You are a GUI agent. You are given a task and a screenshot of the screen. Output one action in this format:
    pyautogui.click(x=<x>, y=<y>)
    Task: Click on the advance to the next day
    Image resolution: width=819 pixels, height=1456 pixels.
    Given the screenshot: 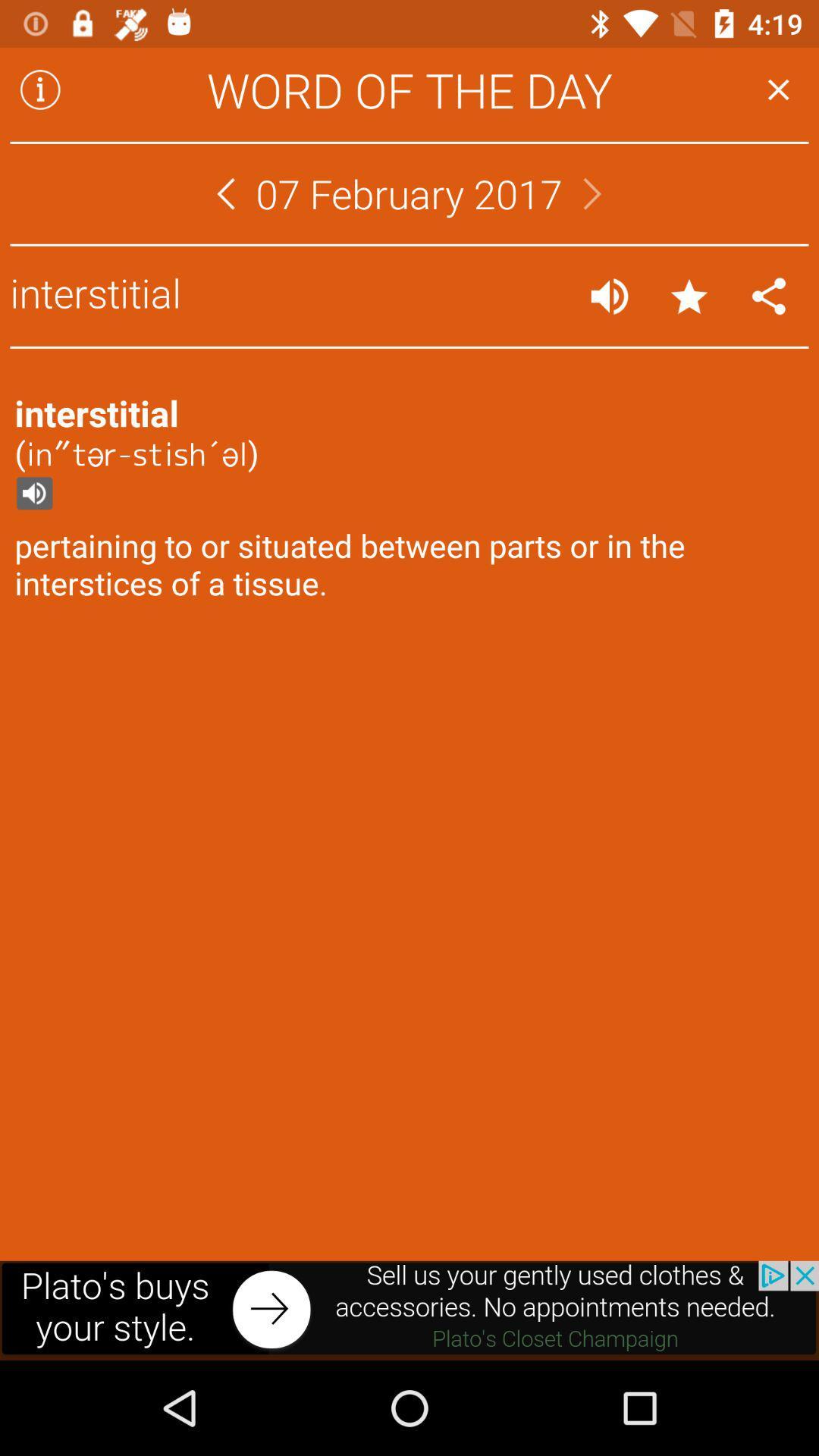 What is the action you would take?
    pyautogui.click(x=591, y=193)
    